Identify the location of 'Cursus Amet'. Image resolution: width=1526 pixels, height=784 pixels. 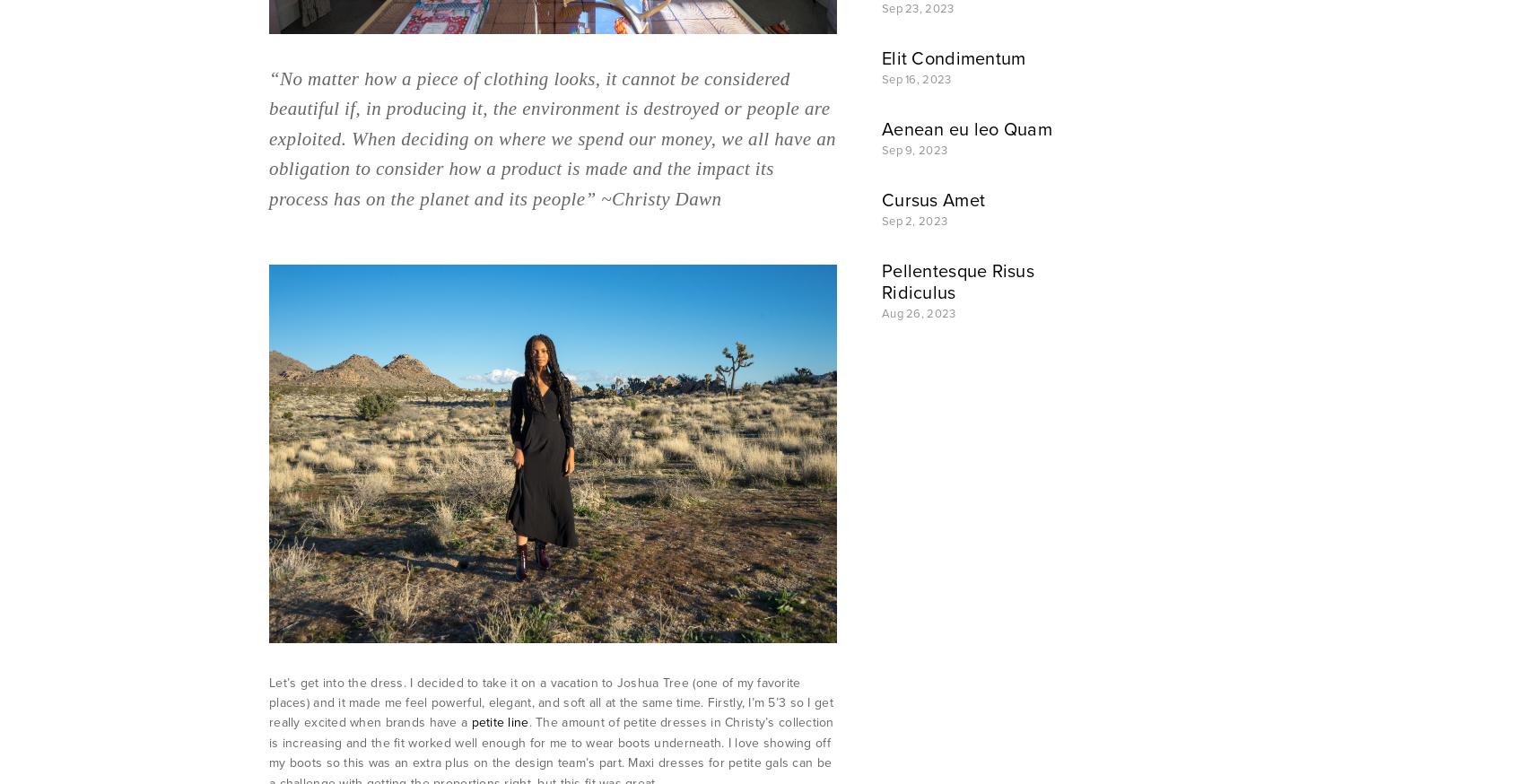
(933, 199).